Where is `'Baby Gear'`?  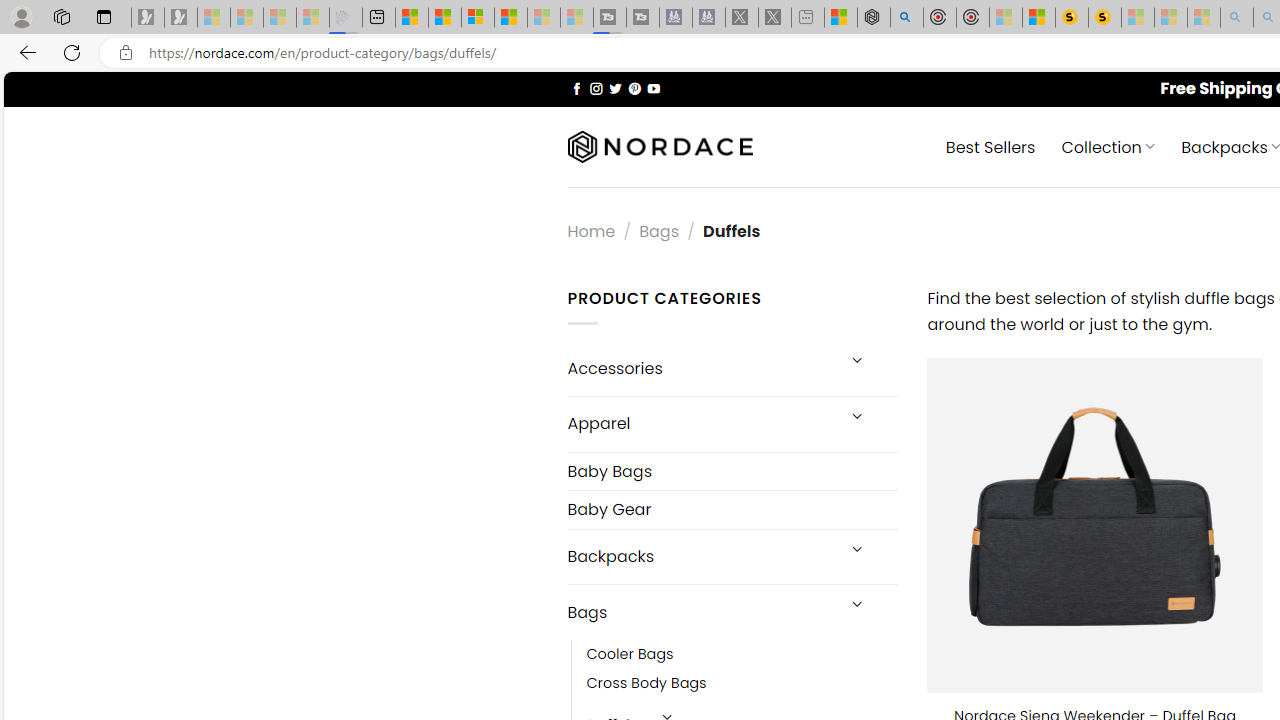
'Baby Gear' is located at coordinates (731, 509).